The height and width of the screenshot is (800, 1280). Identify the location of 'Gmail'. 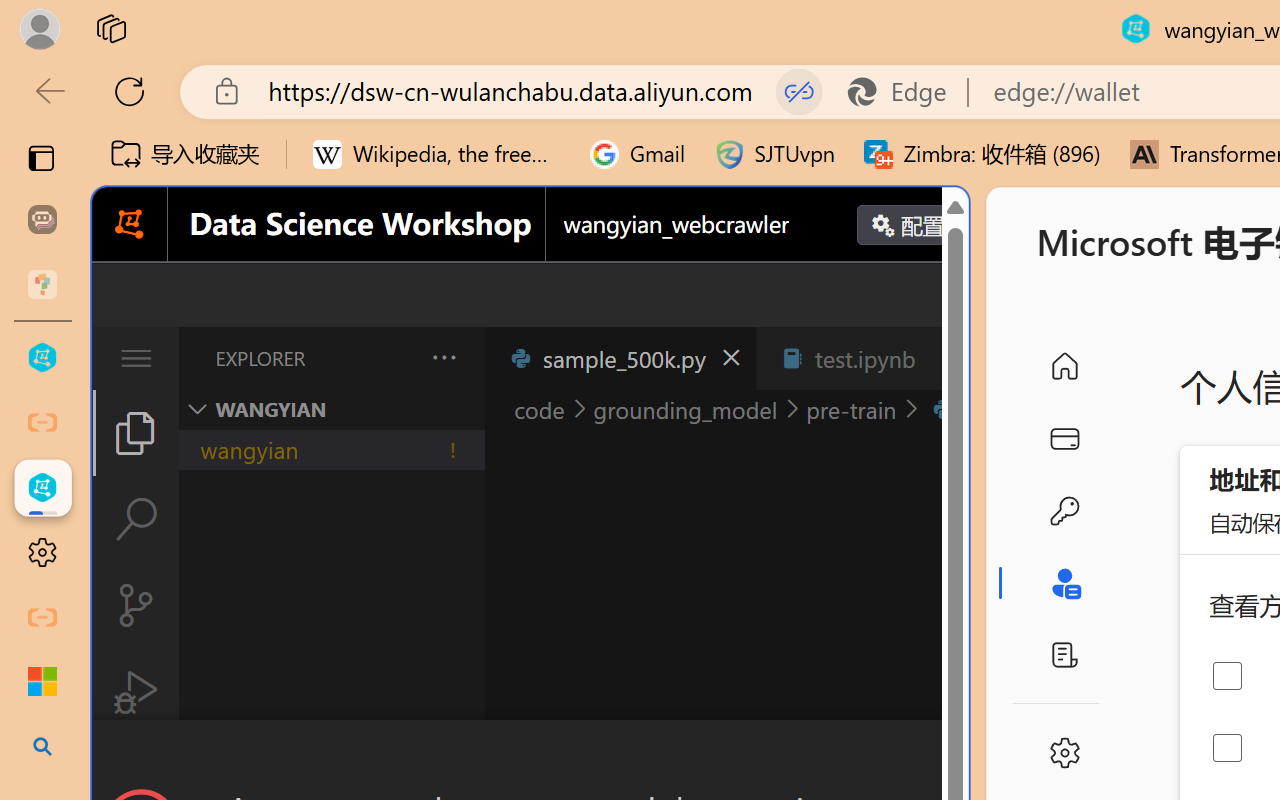
(637, 154).